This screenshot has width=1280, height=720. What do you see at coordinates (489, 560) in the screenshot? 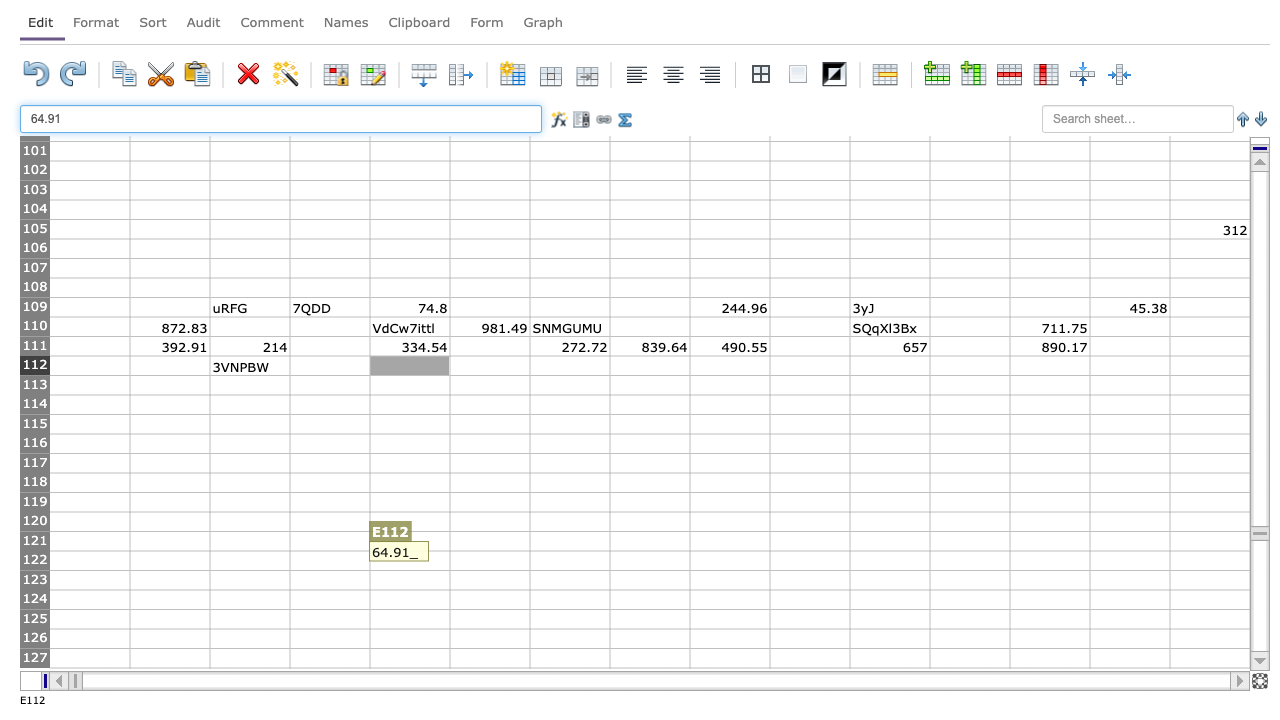
I see `F122` at bounding box center [489, 560].